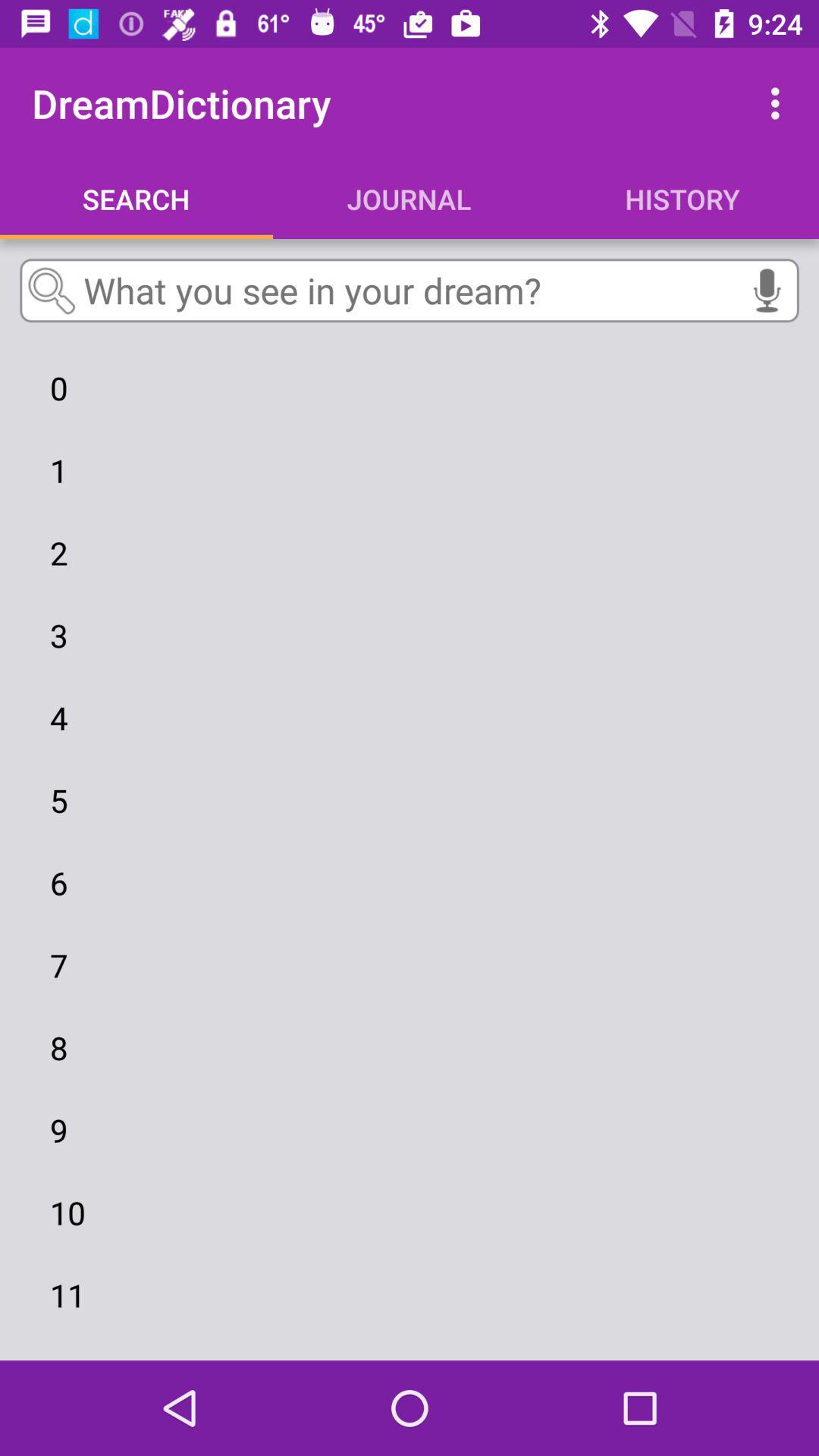 Image resolution: width=819 pixels, height=1456 pixels. Describe the element at coordinates (779, 102) in the screenshot. I see `the item to the right of dreamdictionary app` at that location.